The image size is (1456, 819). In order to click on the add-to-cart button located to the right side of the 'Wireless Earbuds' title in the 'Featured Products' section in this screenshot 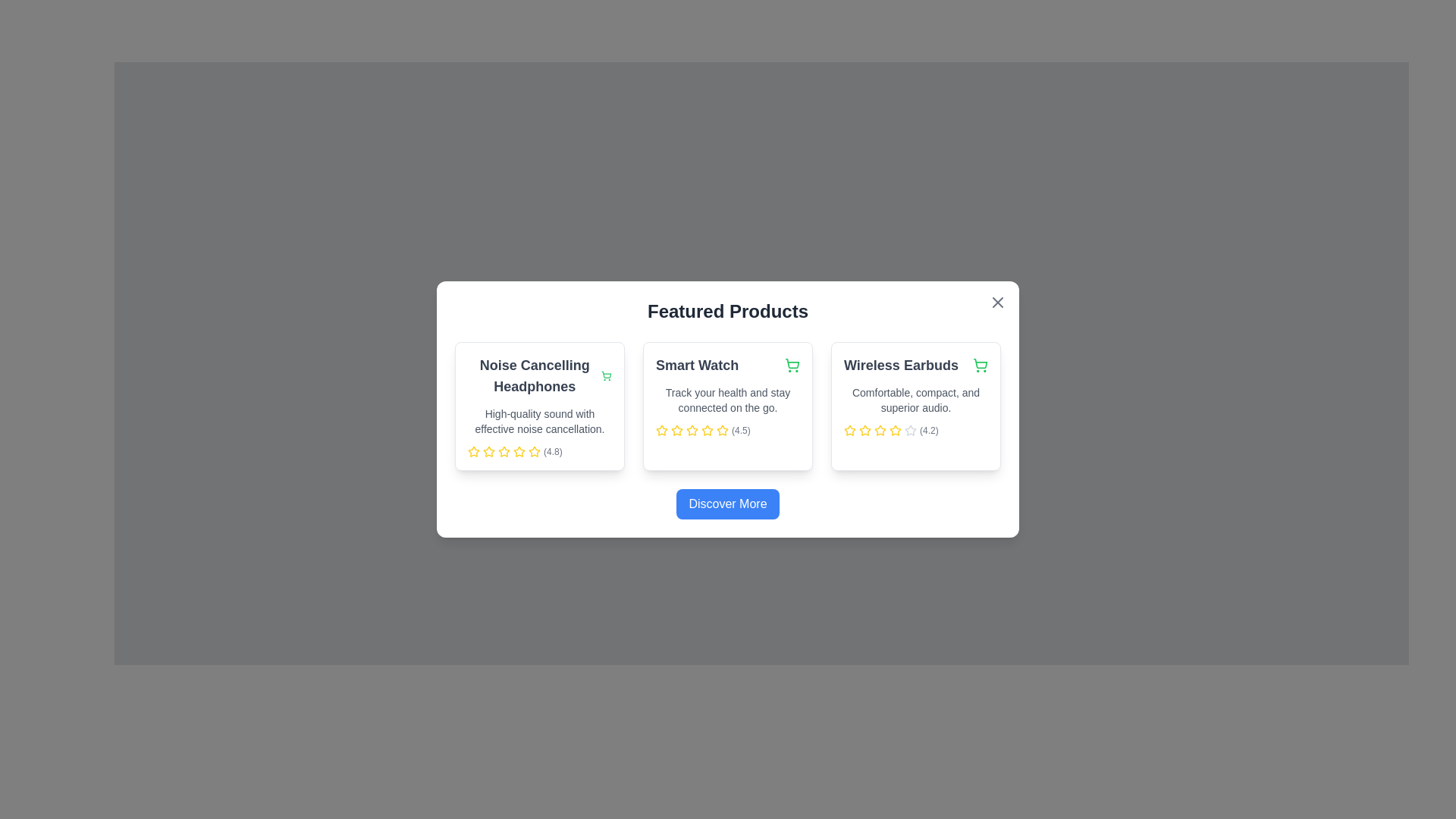, I will do `click(980, 366)`.